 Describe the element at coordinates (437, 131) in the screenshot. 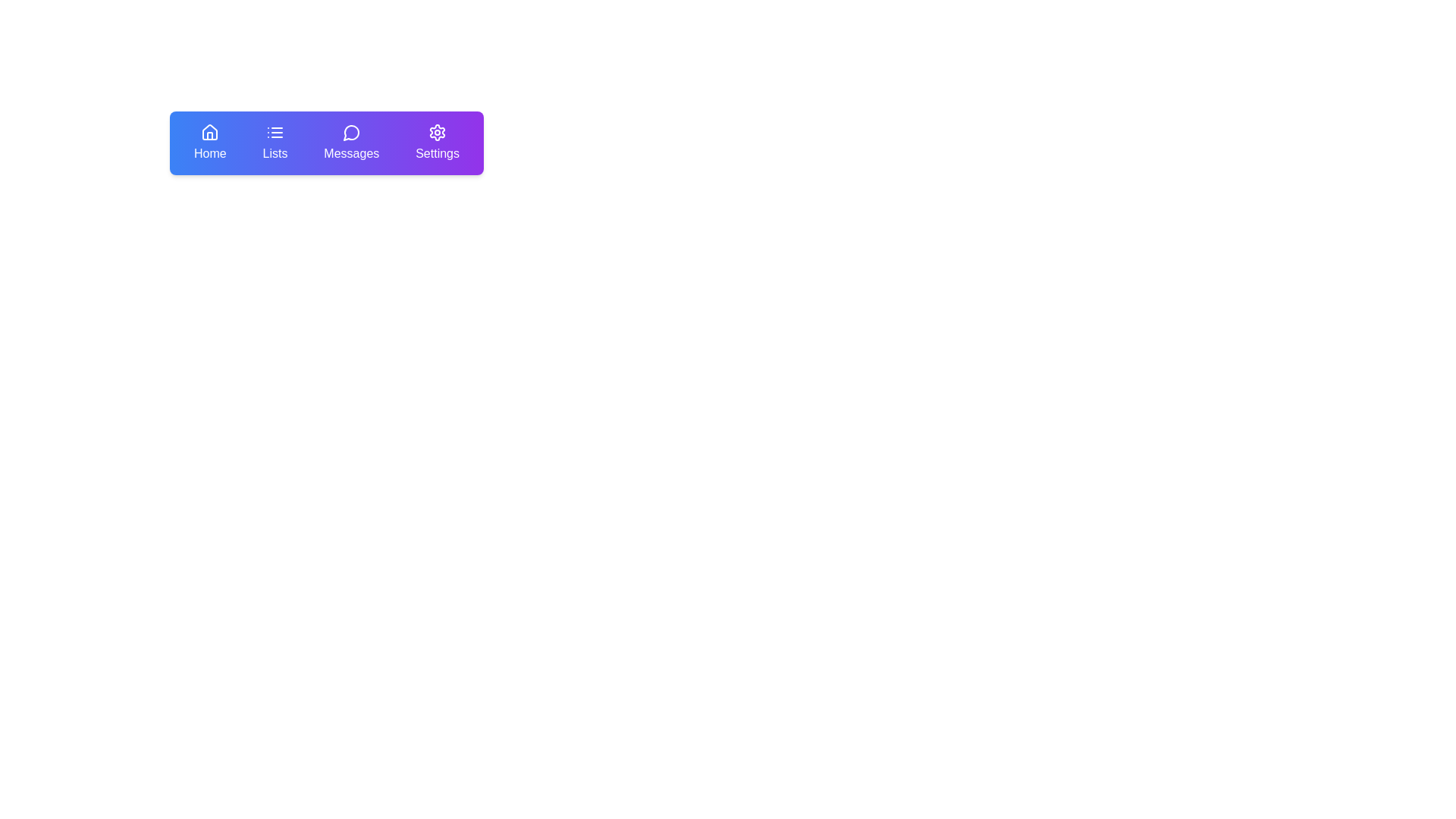

I see `the gear-shaped SVG icon located on the far right side of the navigational toolbar, adjacent to the 'Settings' label` at that location.